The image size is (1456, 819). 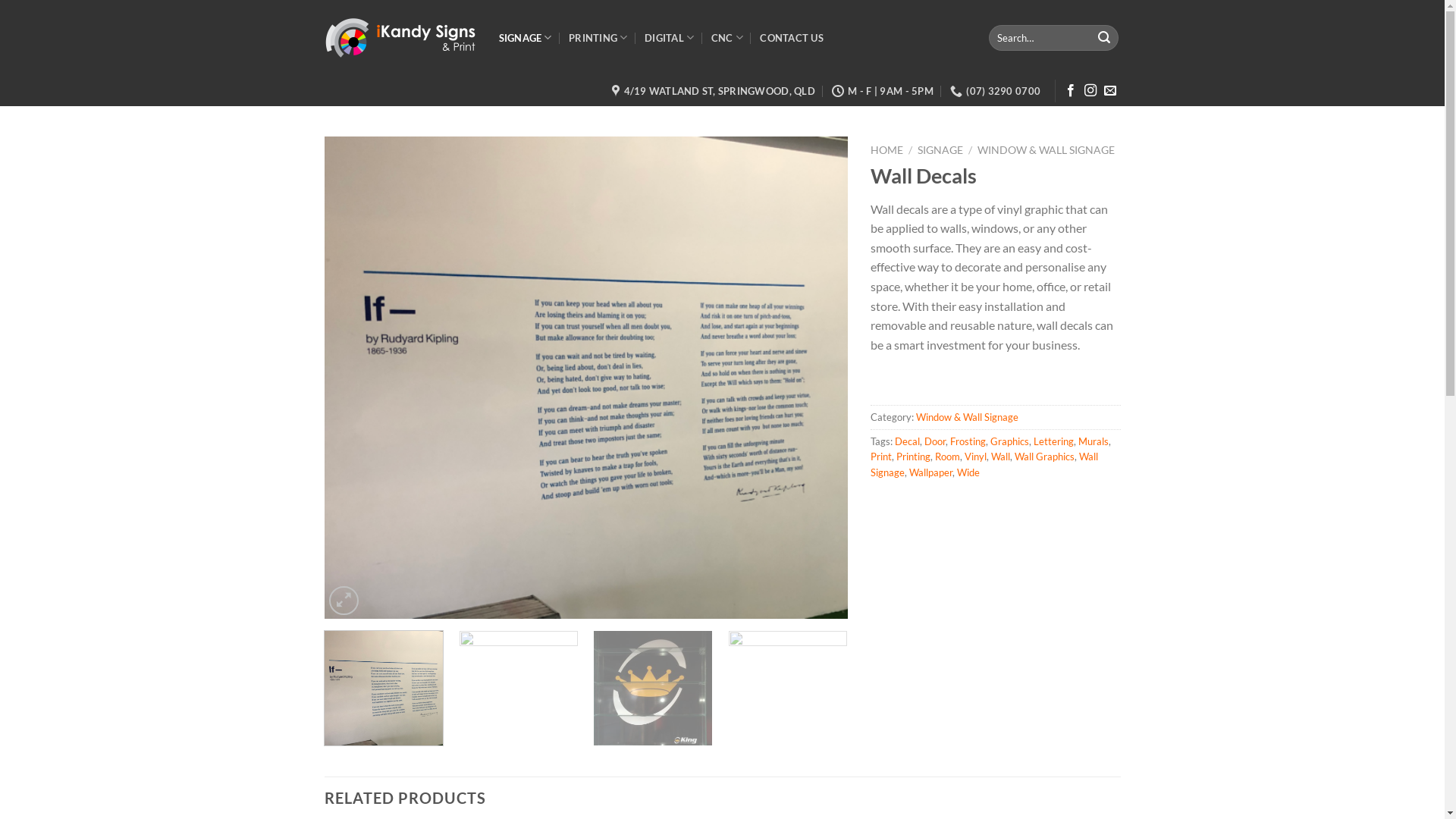 I want to click on 'WINDOW & WALL SIGNAGE', so click(x=1045, y=149).